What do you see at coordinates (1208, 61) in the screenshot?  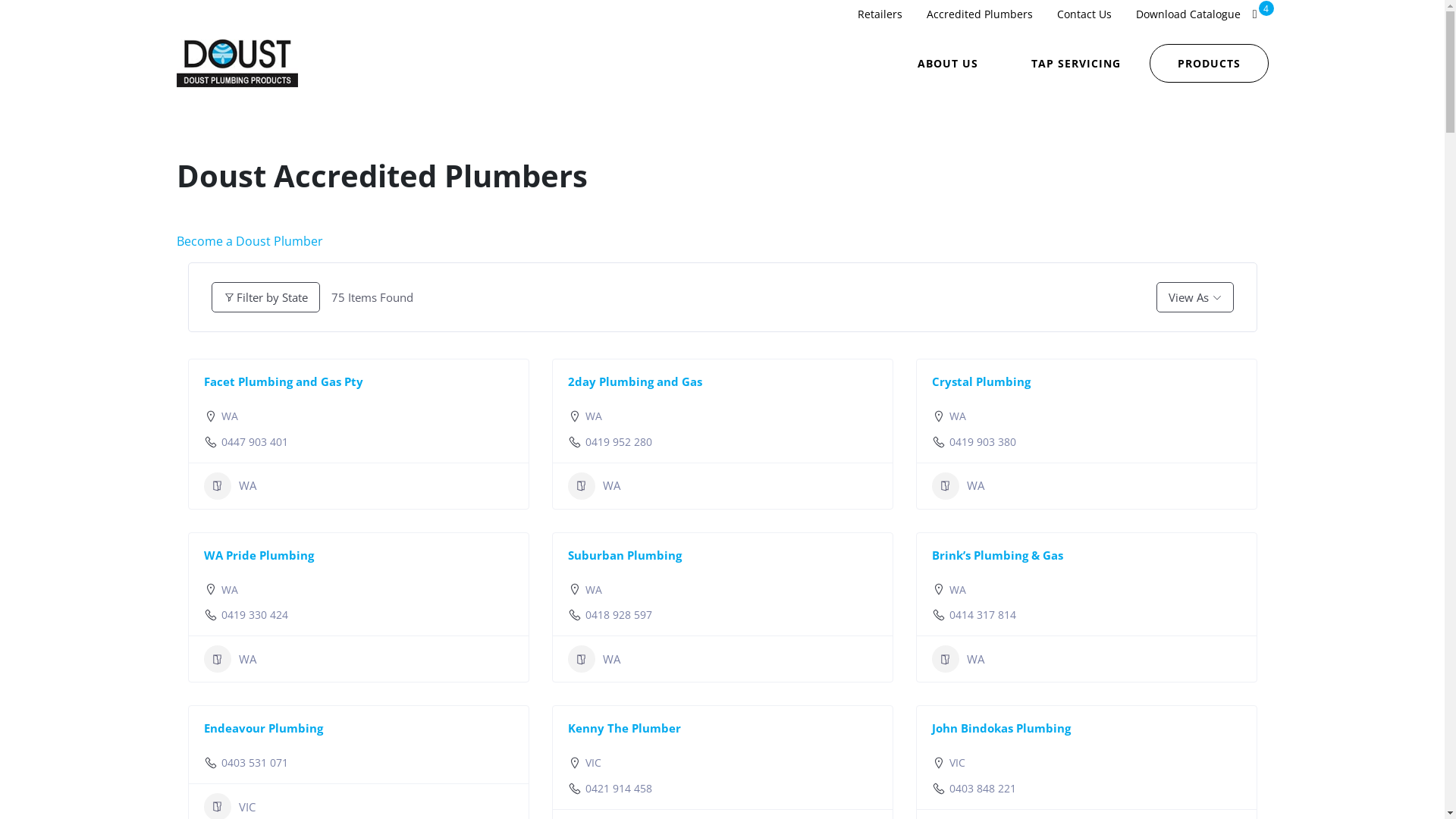 I see `'PRODUCTS'` at bounding box center [1208, 61].